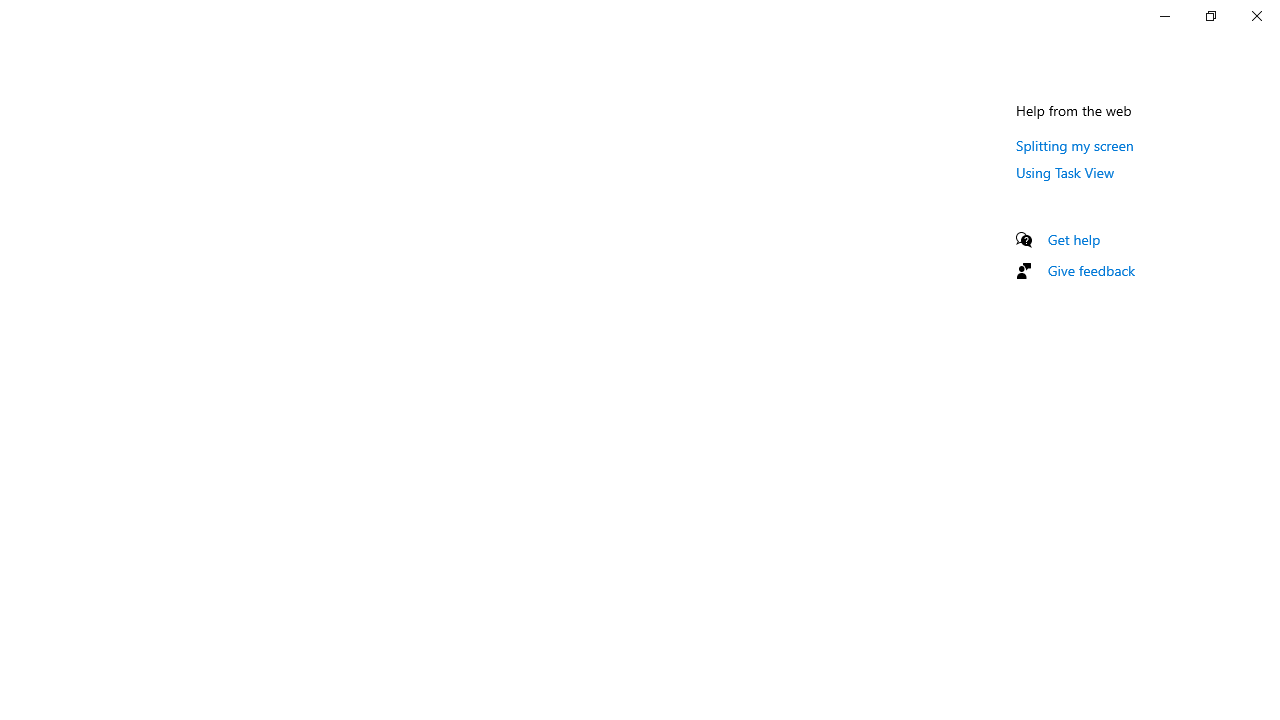 This screenshot has height=720, width=1280. Describe the element at coordinates (1090, 270) in the screenshot. I see `'Give feedback'` at that location.